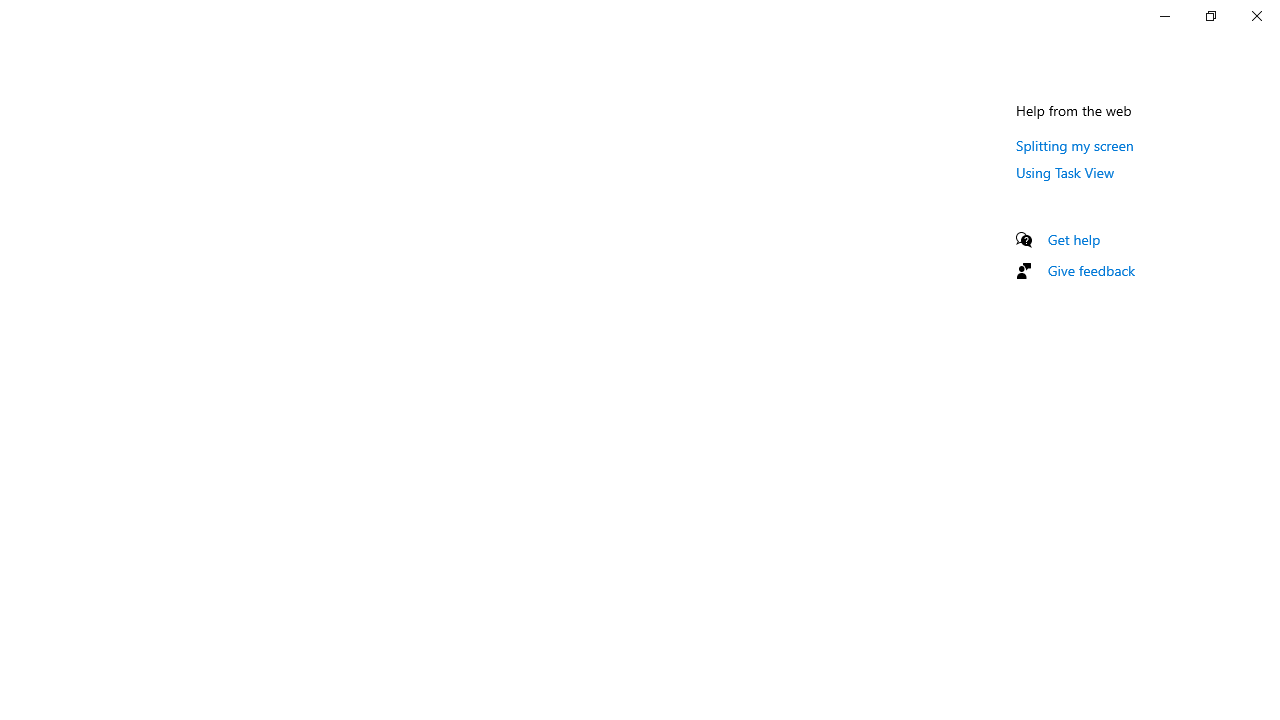 This screenshot has height=720, width=1280. Describe the element at coordinates (1090, 270) in the screenshot. I see `'Give feedback'` at that location.